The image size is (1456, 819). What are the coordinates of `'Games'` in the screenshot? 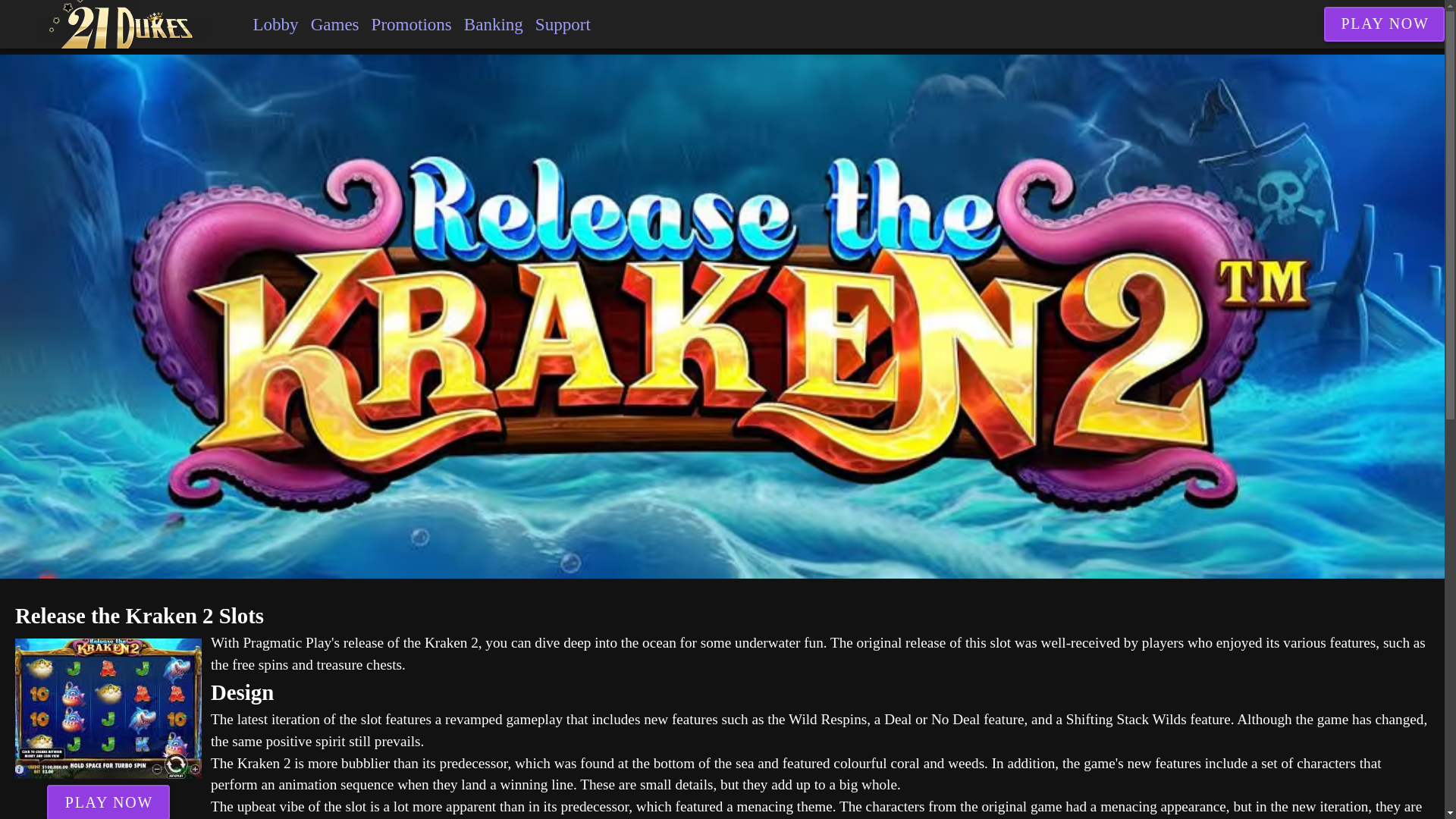 It's located at (334, 24).